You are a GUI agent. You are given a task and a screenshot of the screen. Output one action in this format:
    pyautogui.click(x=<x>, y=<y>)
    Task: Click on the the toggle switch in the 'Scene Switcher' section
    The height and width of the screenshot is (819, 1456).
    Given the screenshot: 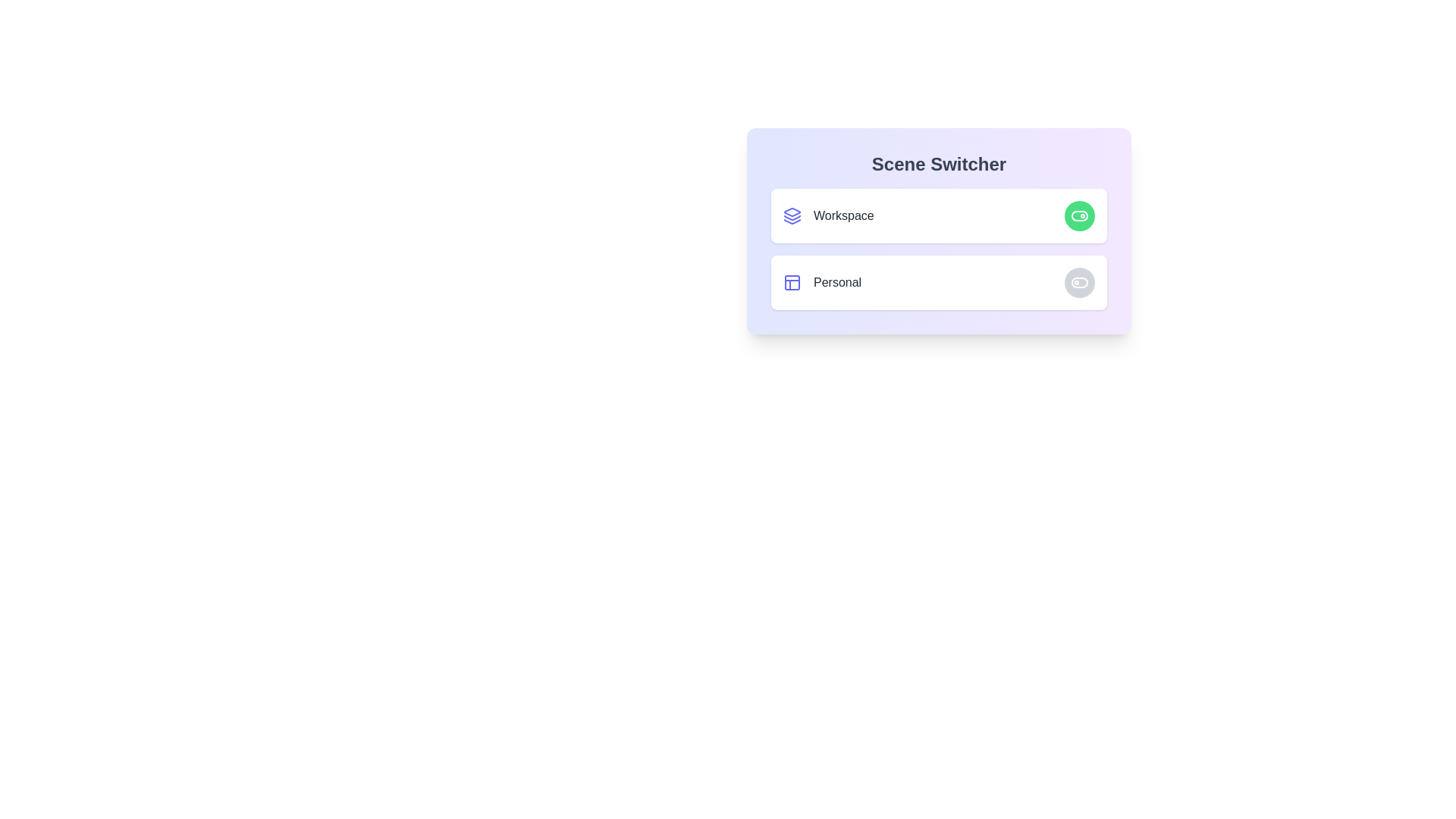 What is the action you would take?
    pyautogui.click(x=1079, y=216)
    